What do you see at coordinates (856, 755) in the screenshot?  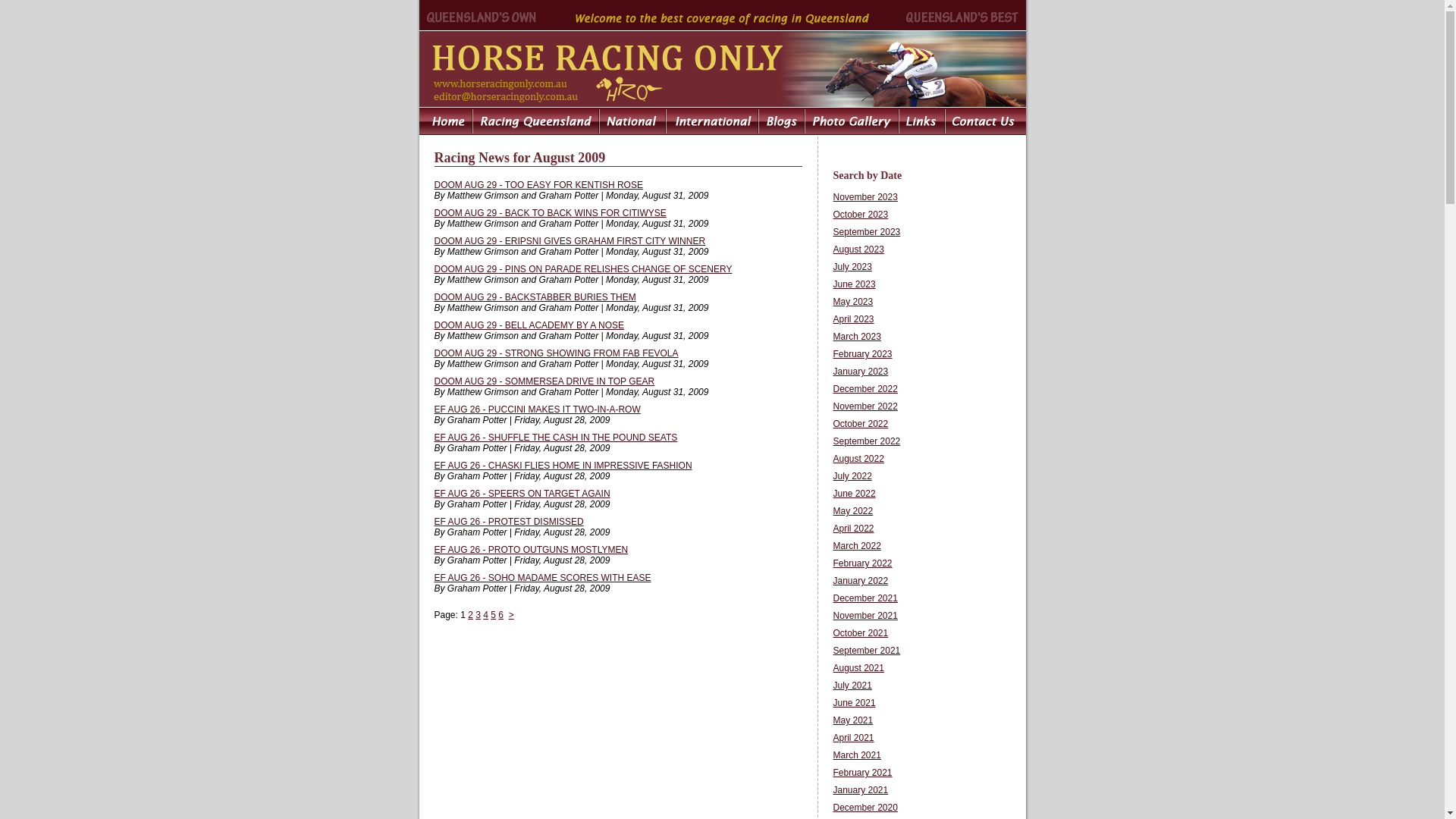 I see `'March 2021'` at bounding box center [856, 755].